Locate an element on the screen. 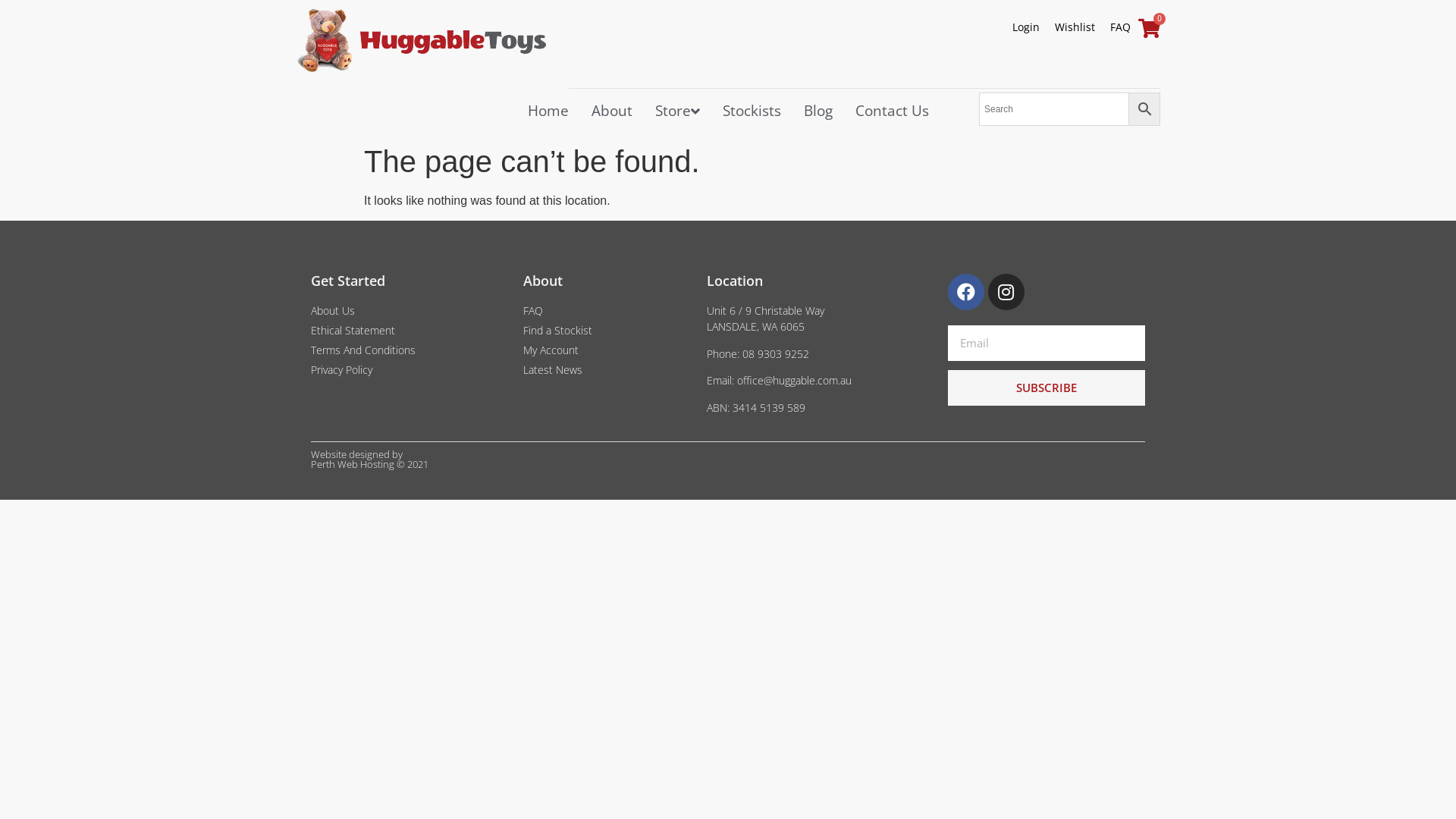  'Perth Web Hosting' is located at coordinates (352, 463).